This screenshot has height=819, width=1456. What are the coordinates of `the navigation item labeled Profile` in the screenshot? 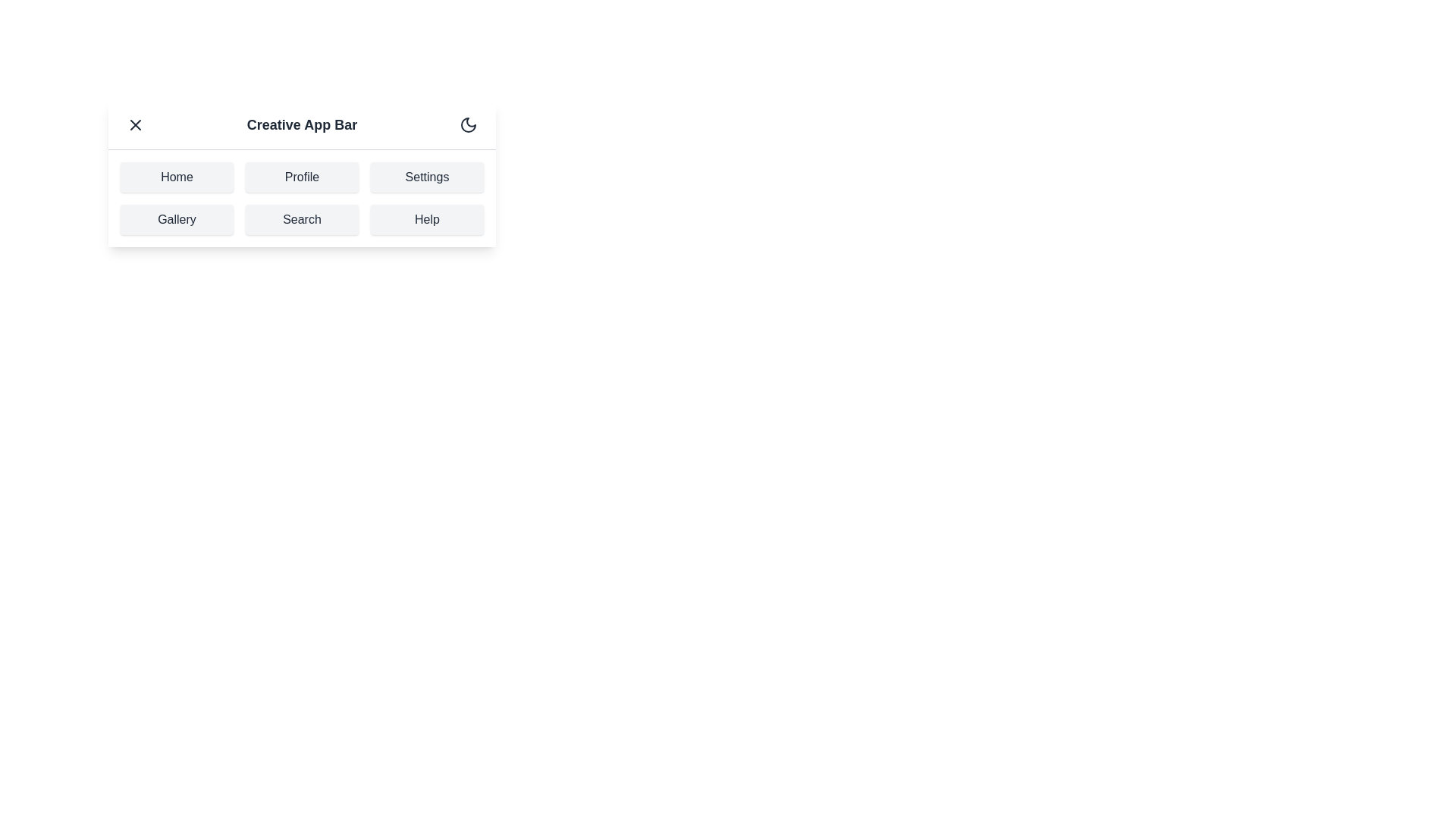 It's located at (302, 177).